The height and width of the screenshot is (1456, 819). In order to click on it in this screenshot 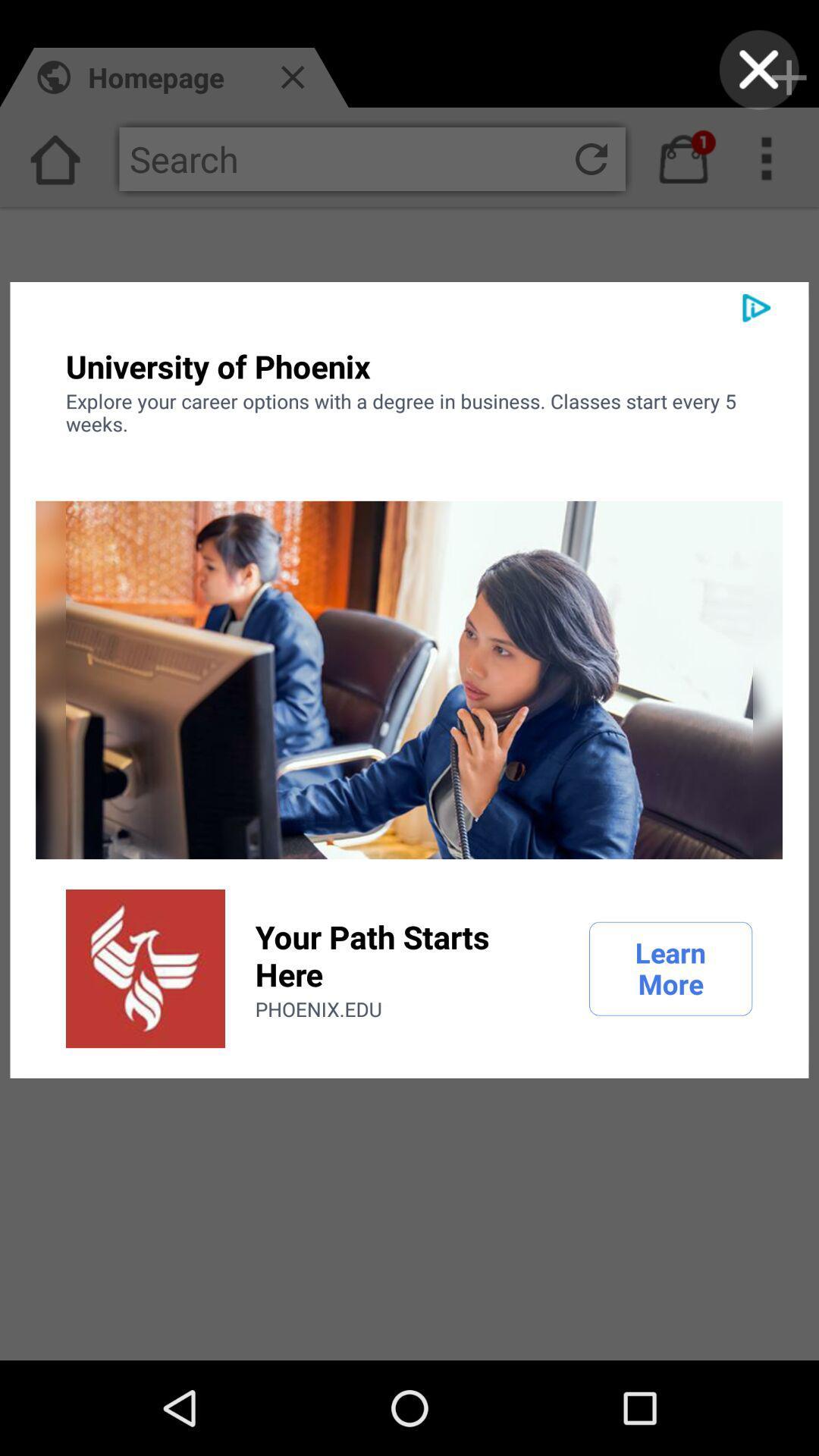, I will do `click(759, 69)`.